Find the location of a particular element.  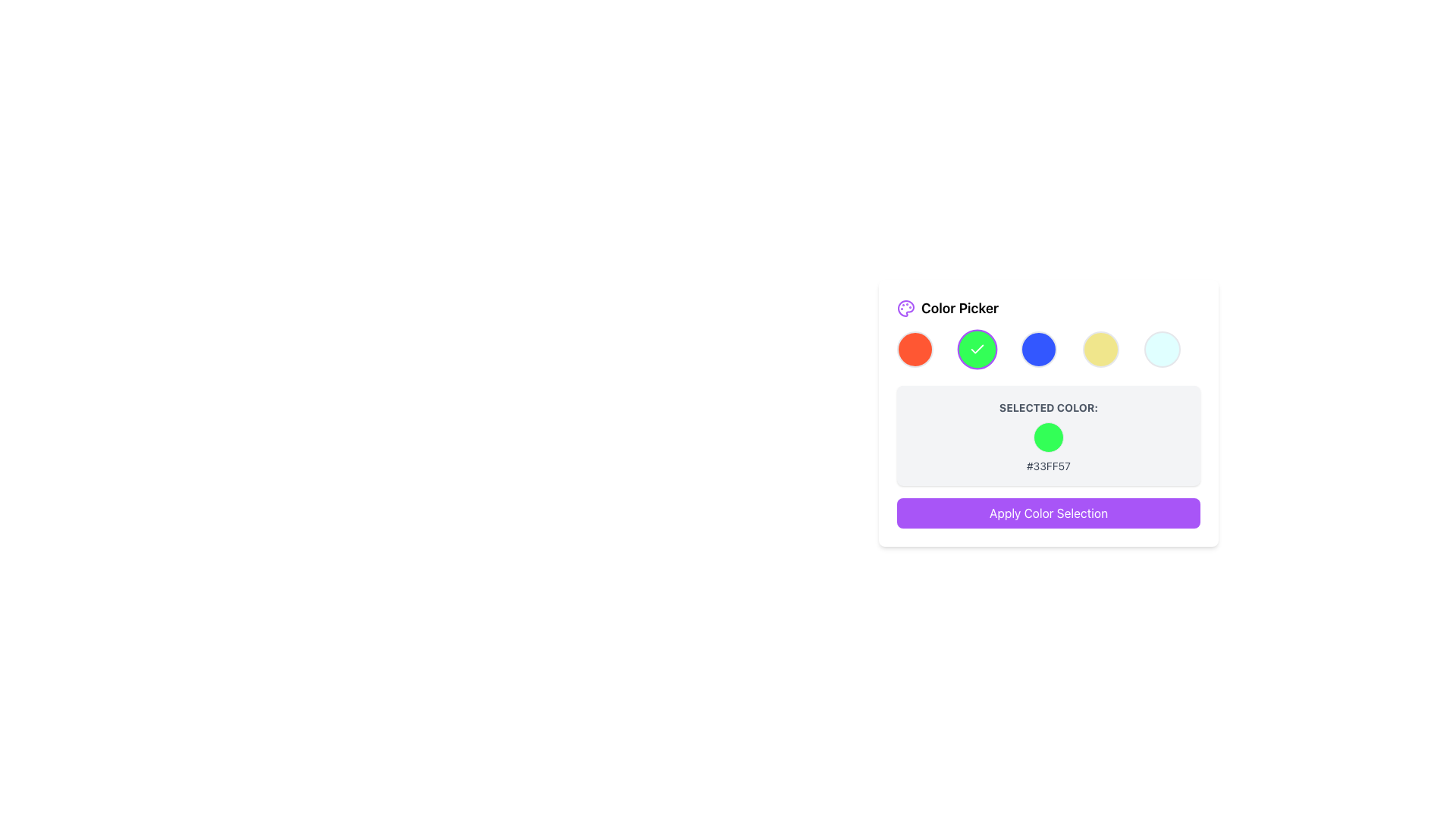

the individual color circle in the interactive selection grid positioned centrally below the 'Color Picker' label is located at coordinates (1047, 350).